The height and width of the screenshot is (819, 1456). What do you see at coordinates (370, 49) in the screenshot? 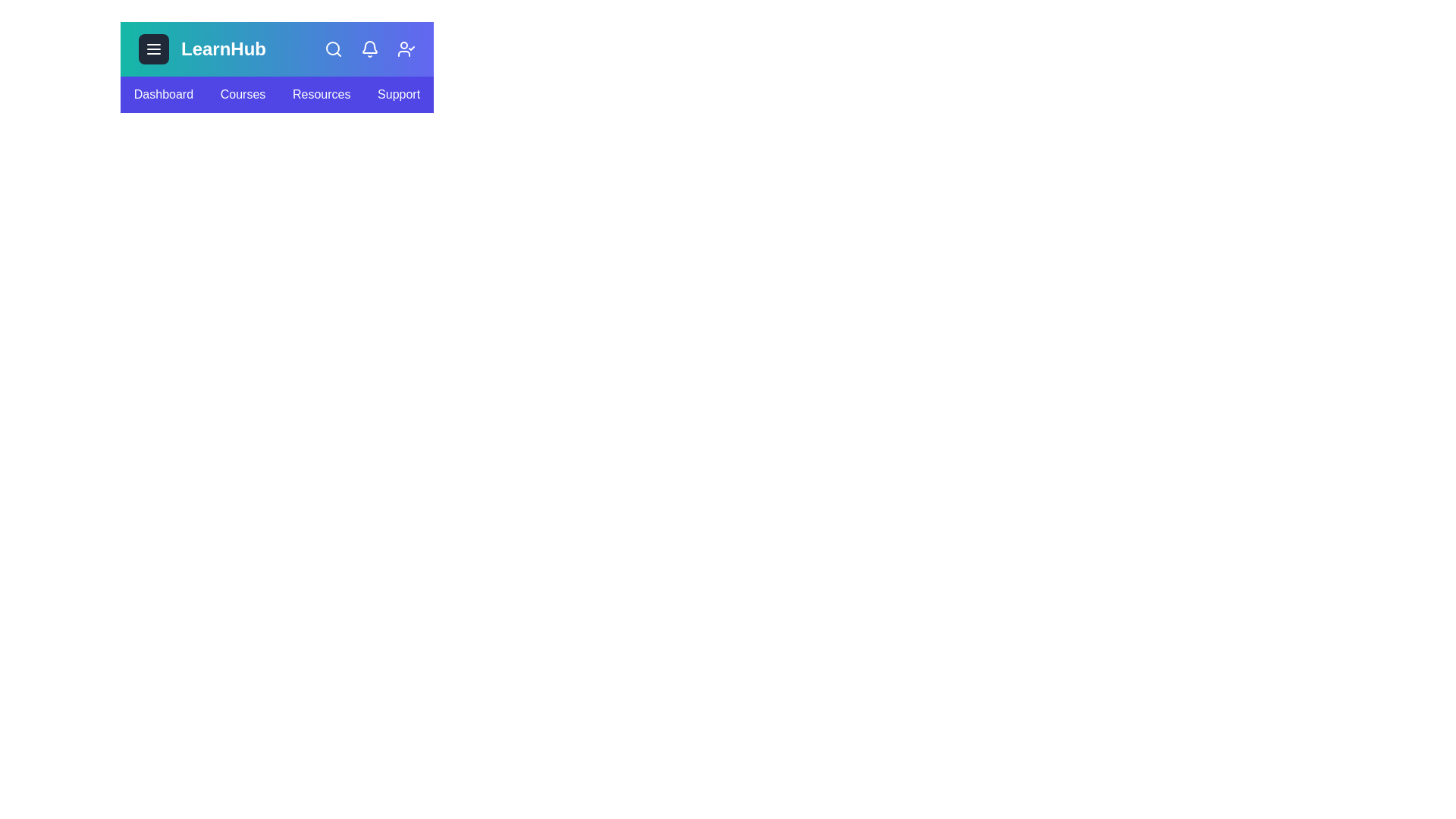
I see `the icon Notifications to perform its action` at bounding box center [370, 49].